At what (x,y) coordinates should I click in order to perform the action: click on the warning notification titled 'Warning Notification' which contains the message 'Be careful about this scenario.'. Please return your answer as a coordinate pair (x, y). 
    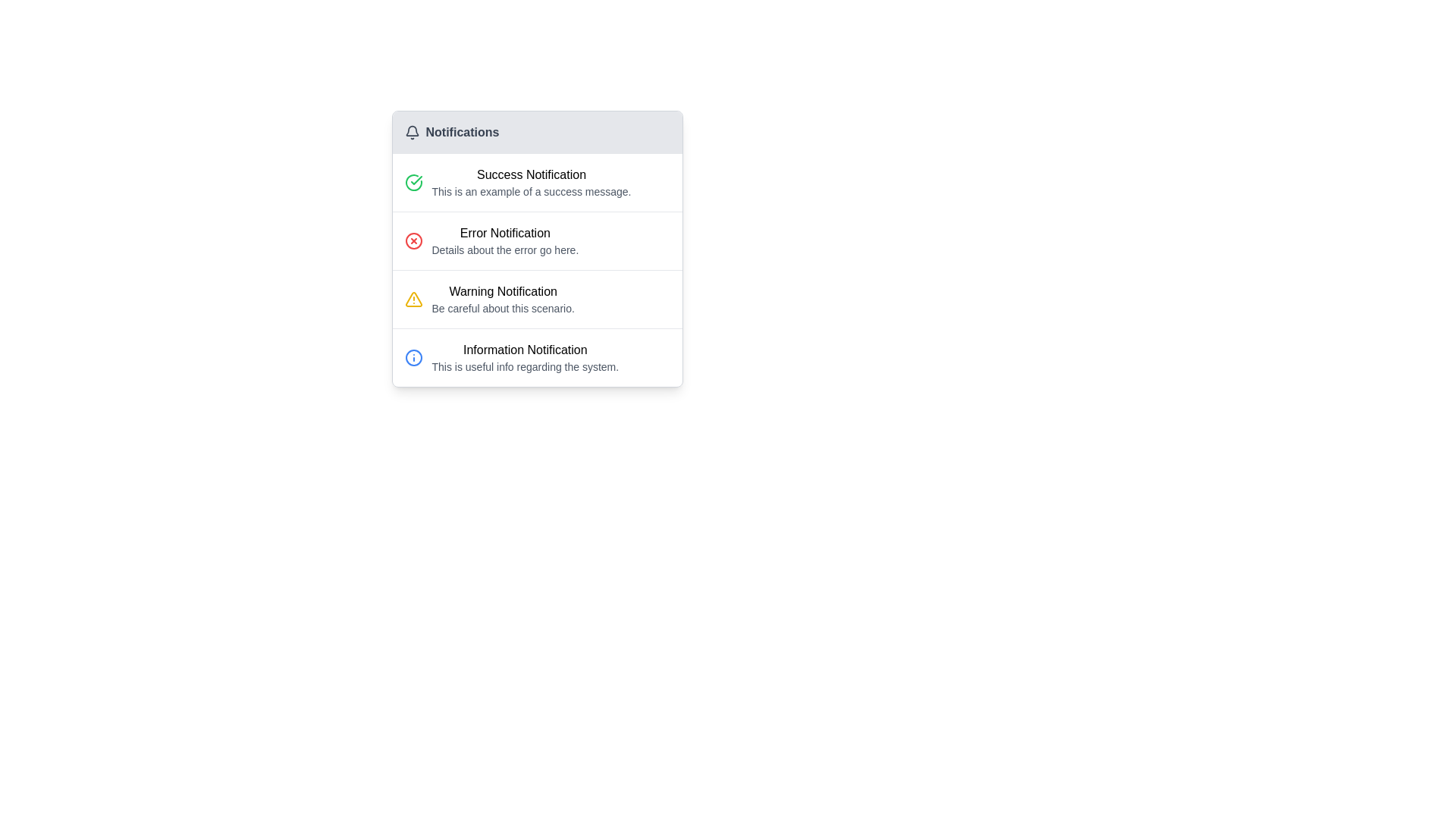
    Looking at the image, I should click on (503, 299).